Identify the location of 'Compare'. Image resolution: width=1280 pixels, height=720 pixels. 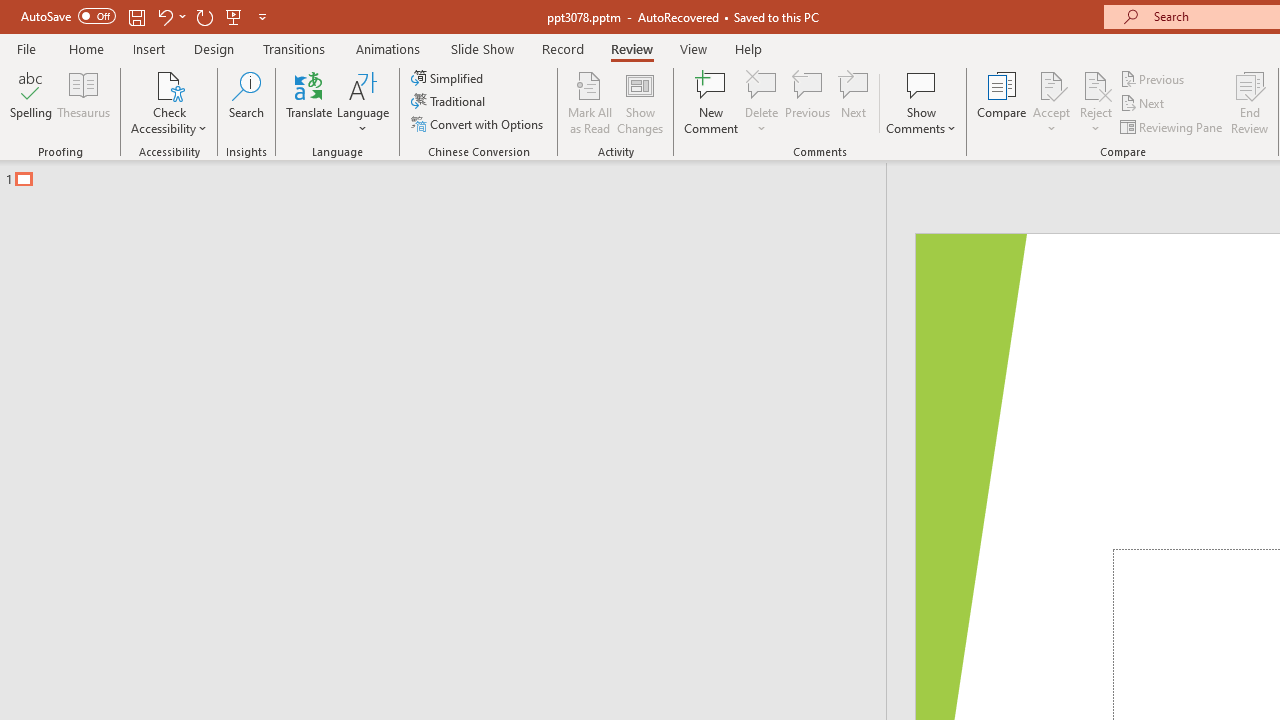
(1002, 103).